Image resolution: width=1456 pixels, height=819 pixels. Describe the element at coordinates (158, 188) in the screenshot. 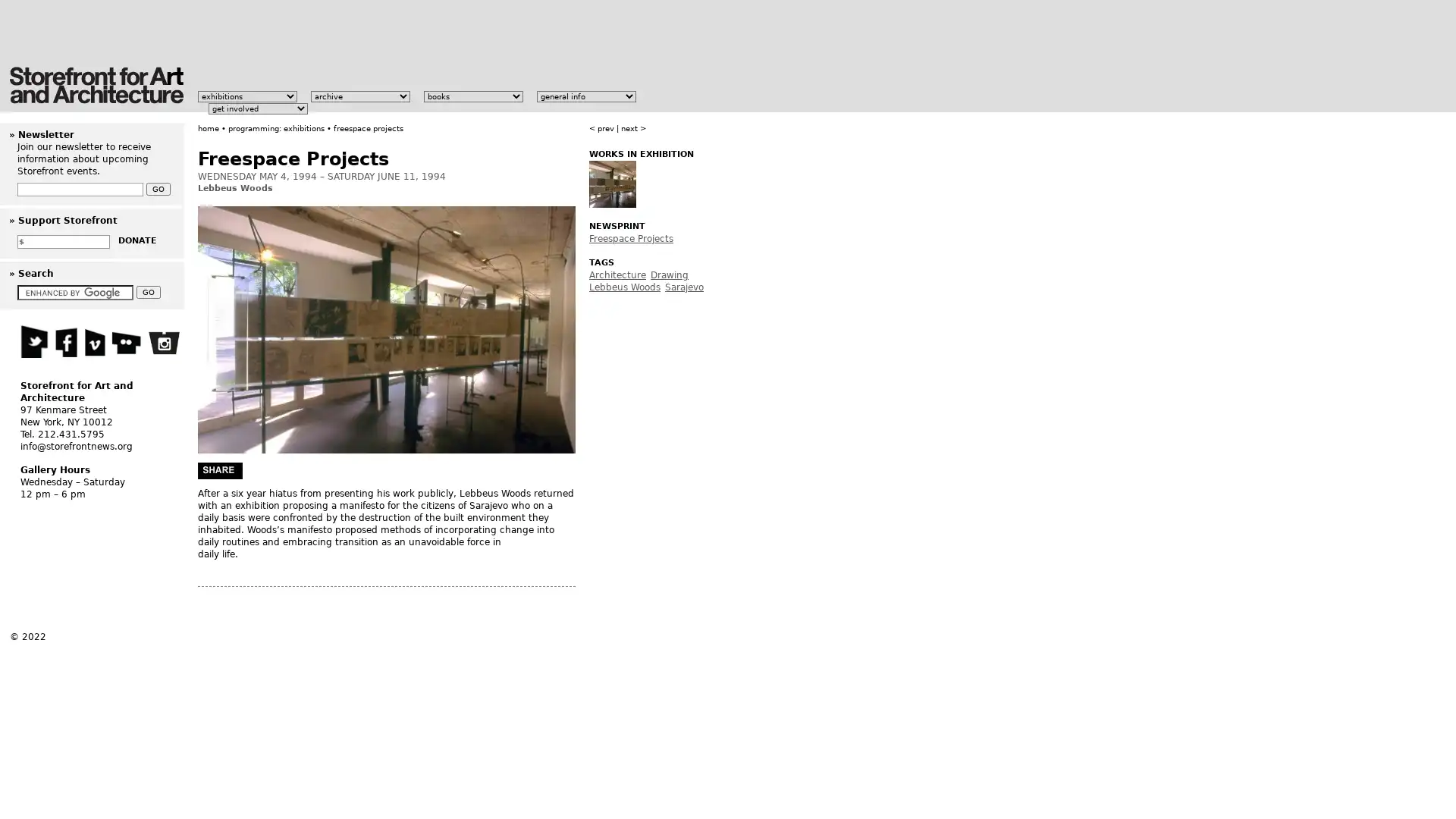

I see `GO` at that location.